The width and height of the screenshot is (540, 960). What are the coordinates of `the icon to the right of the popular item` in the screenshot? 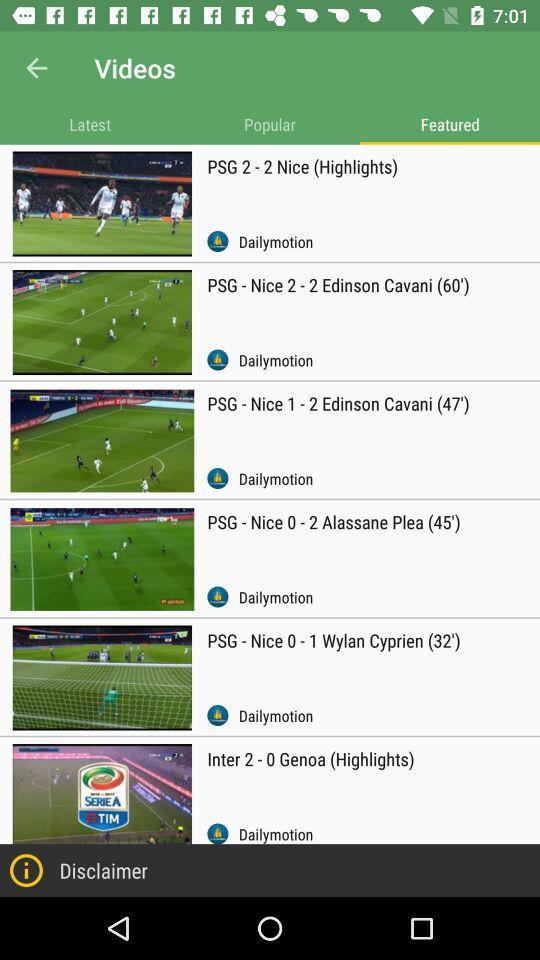 It's located at (449, 123).